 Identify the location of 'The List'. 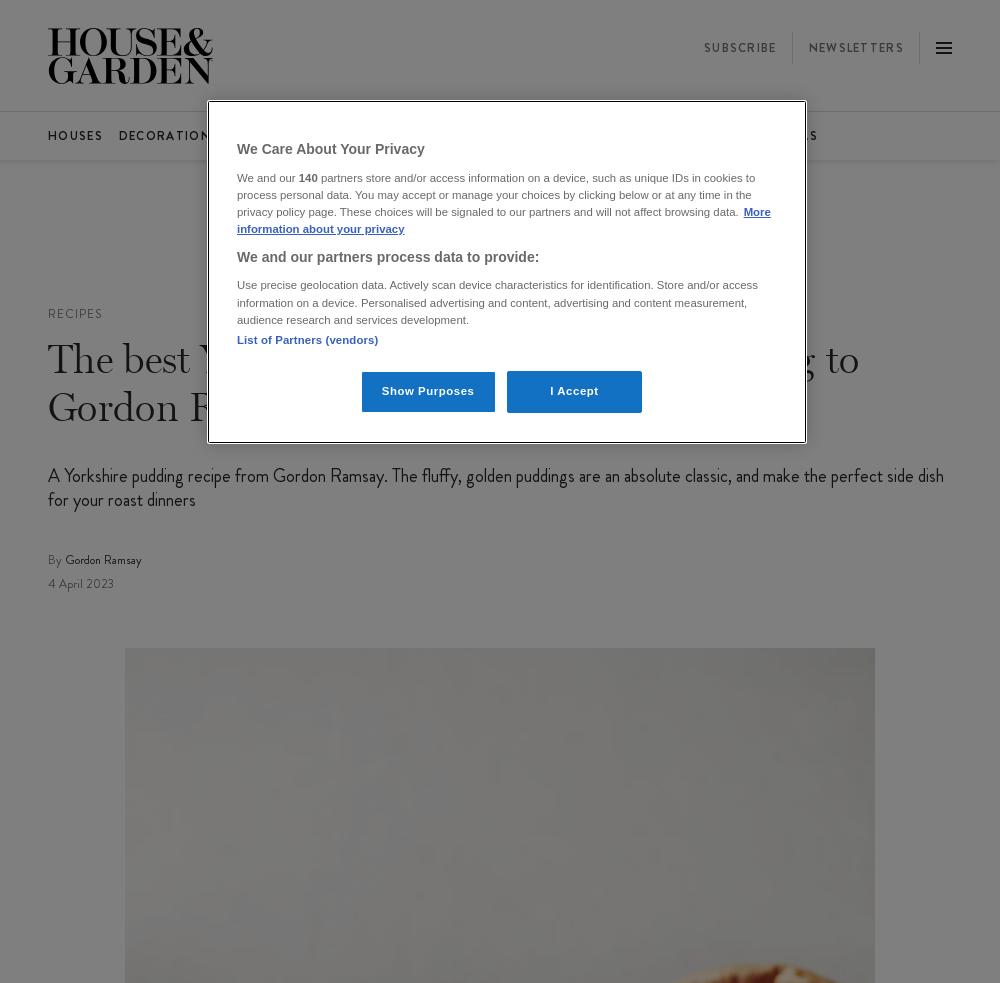
(546, 135).